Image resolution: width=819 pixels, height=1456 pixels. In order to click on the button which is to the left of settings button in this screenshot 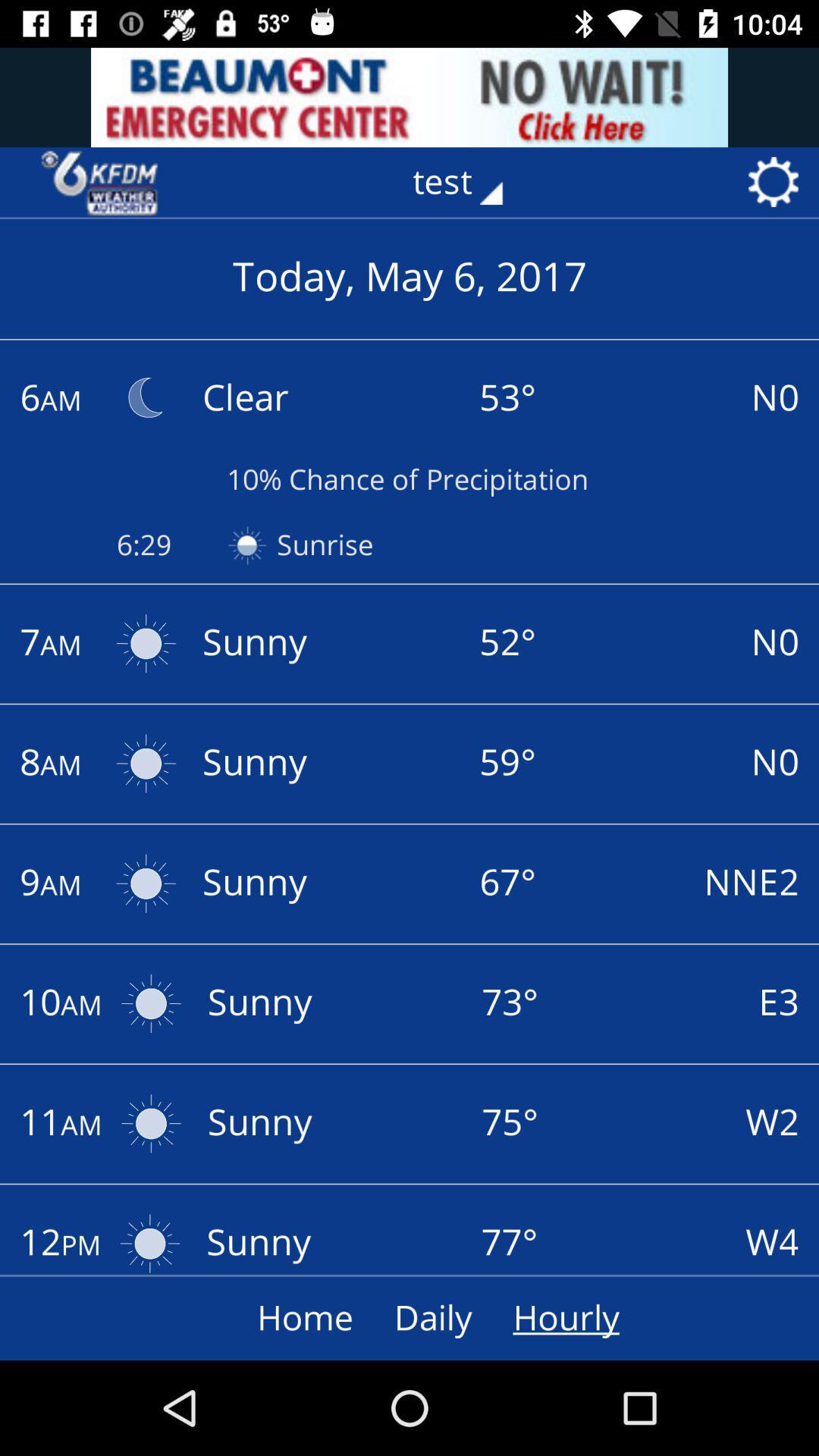, I will do `click(467, 182)`.